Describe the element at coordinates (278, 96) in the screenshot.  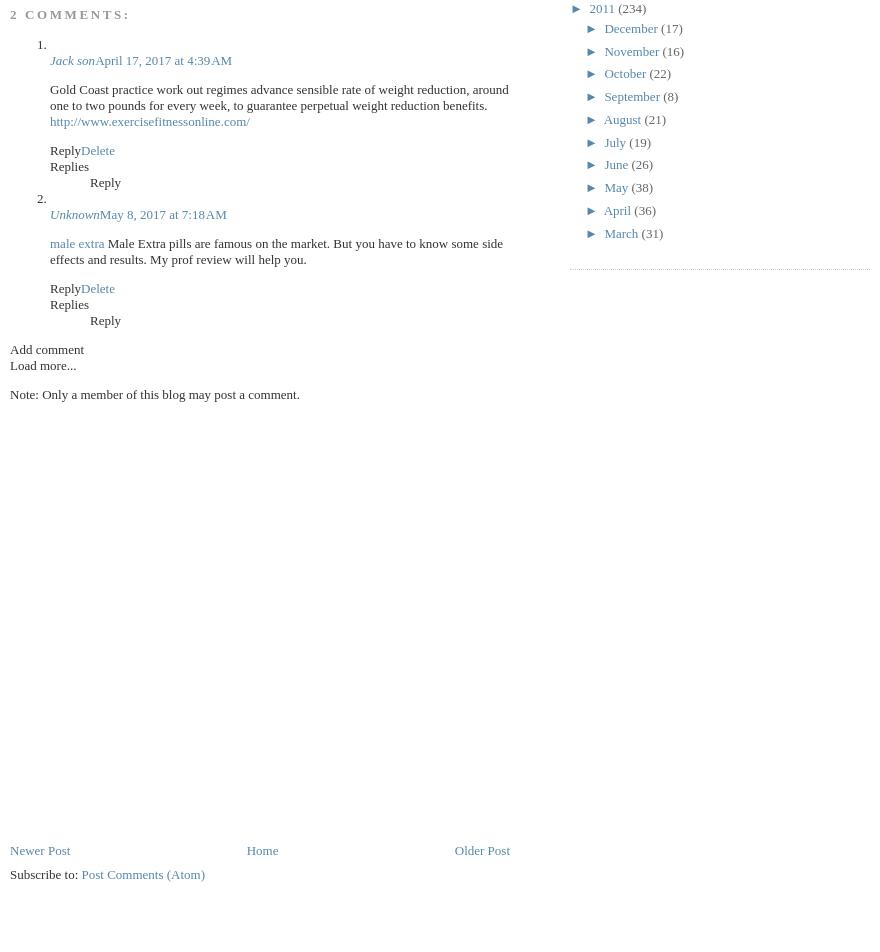
I see `'Gold Coast practice work out regimes advance sensible rate of weight reduction, around one to two pounds for every week, to guarantee perpetual weight reduction benefits.'` at that location.